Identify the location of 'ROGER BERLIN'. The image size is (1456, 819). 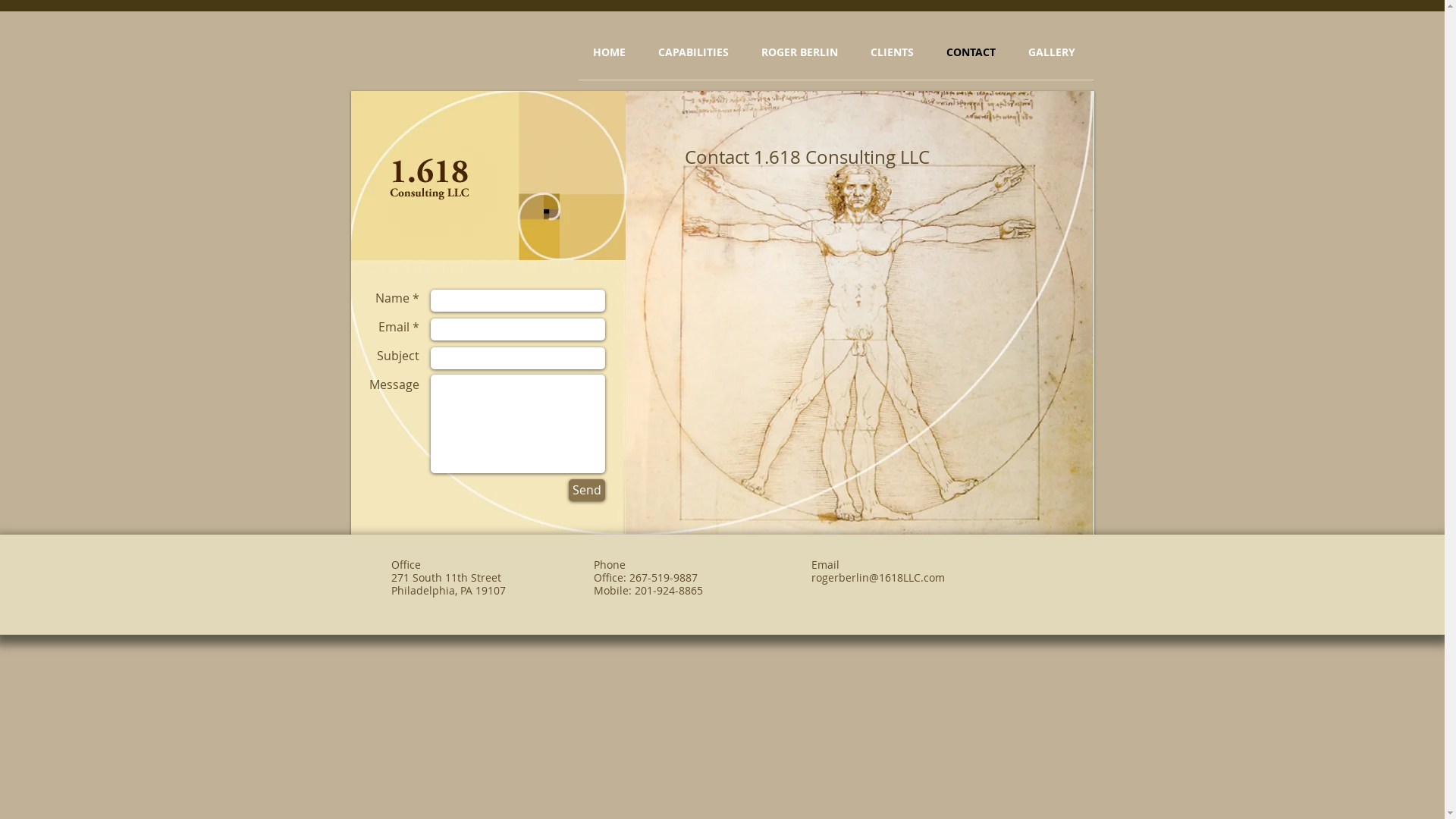
(793, 52).